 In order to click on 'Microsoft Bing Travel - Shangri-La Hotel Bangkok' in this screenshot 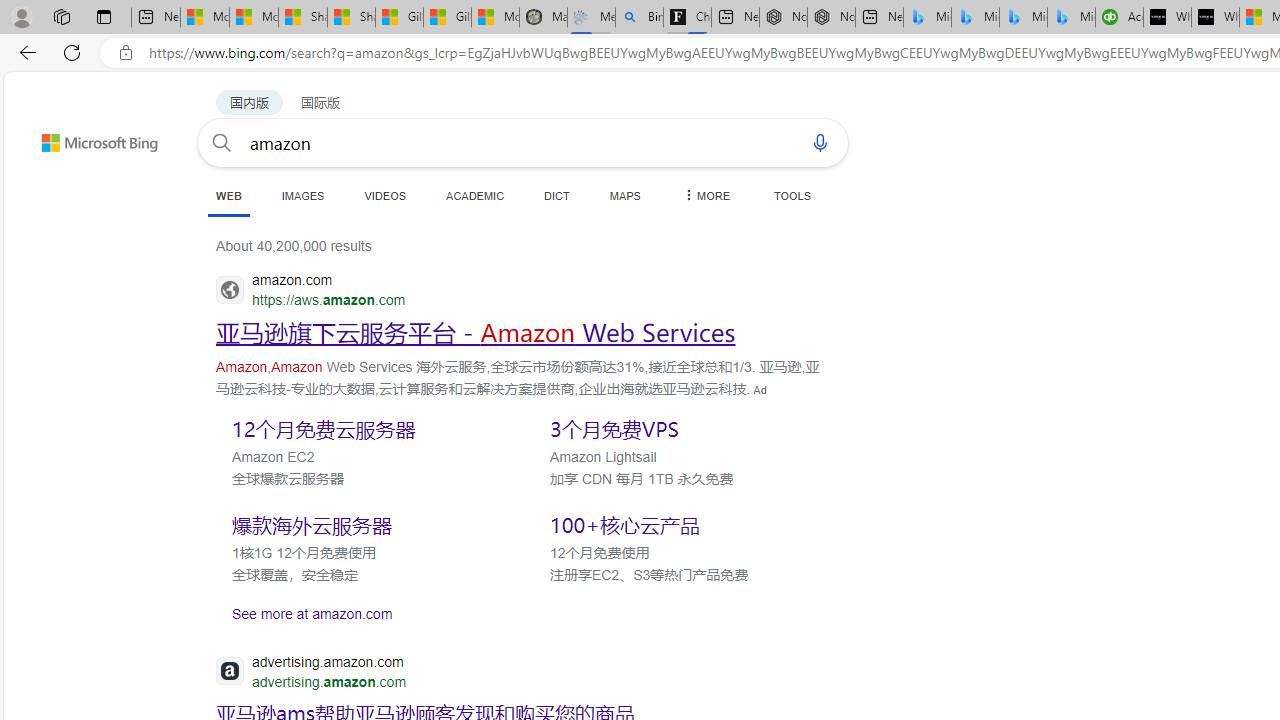, I will do `click(1070, 17)`.